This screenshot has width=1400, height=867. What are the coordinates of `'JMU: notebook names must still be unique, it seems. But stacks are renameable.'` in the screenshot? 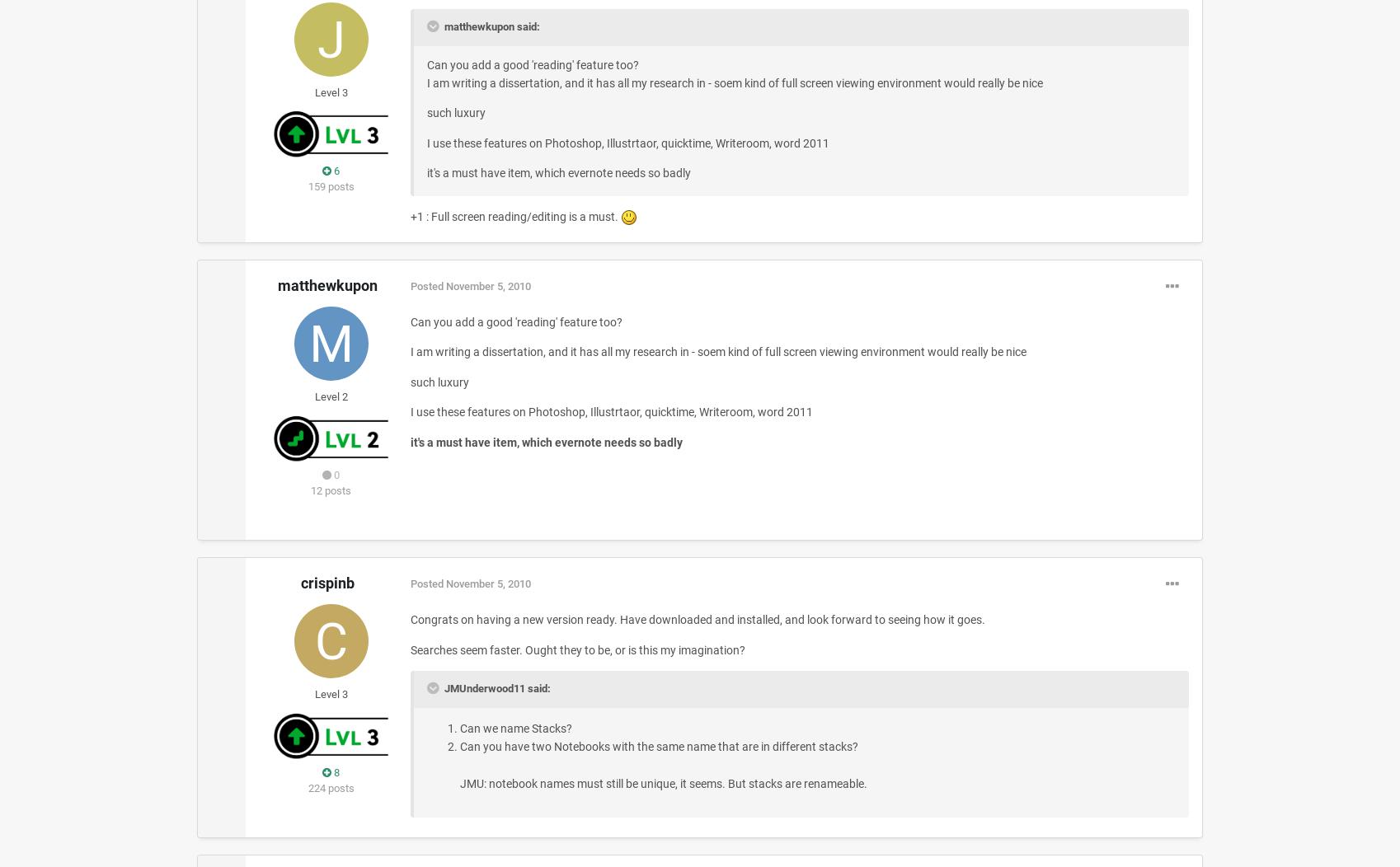 It's located at (662, 781).